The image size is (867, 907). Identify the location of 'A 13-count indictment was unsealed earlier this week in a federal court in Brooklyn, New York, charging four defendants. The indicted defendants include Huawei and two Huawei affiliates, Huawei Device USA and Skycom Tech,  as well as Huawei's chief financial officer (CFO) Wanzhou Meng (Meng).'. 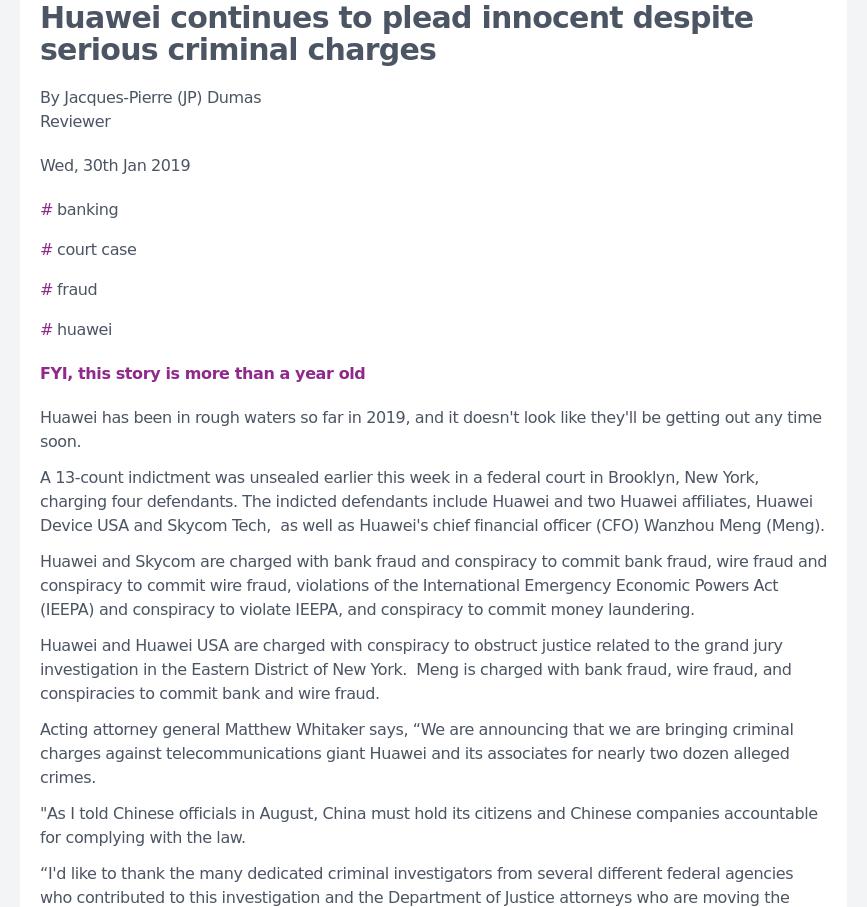
(432, 499).